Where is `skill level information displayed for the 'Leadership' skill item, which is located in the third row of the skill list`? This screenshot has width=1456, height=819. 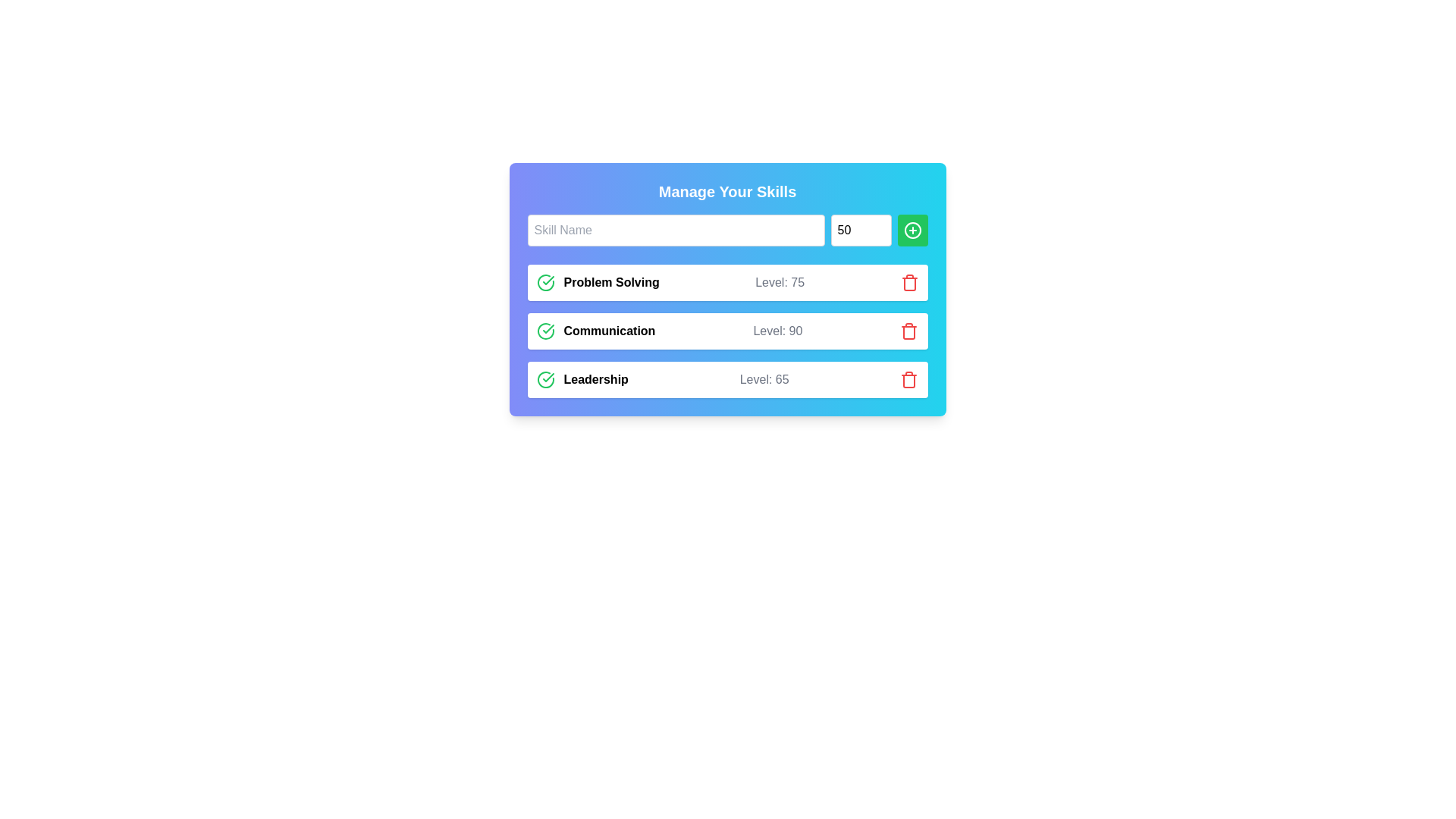
skill level information displayed for the 'Leadership' skill item, which is located in the third row of the skill list is located at coordinates (726, 379).